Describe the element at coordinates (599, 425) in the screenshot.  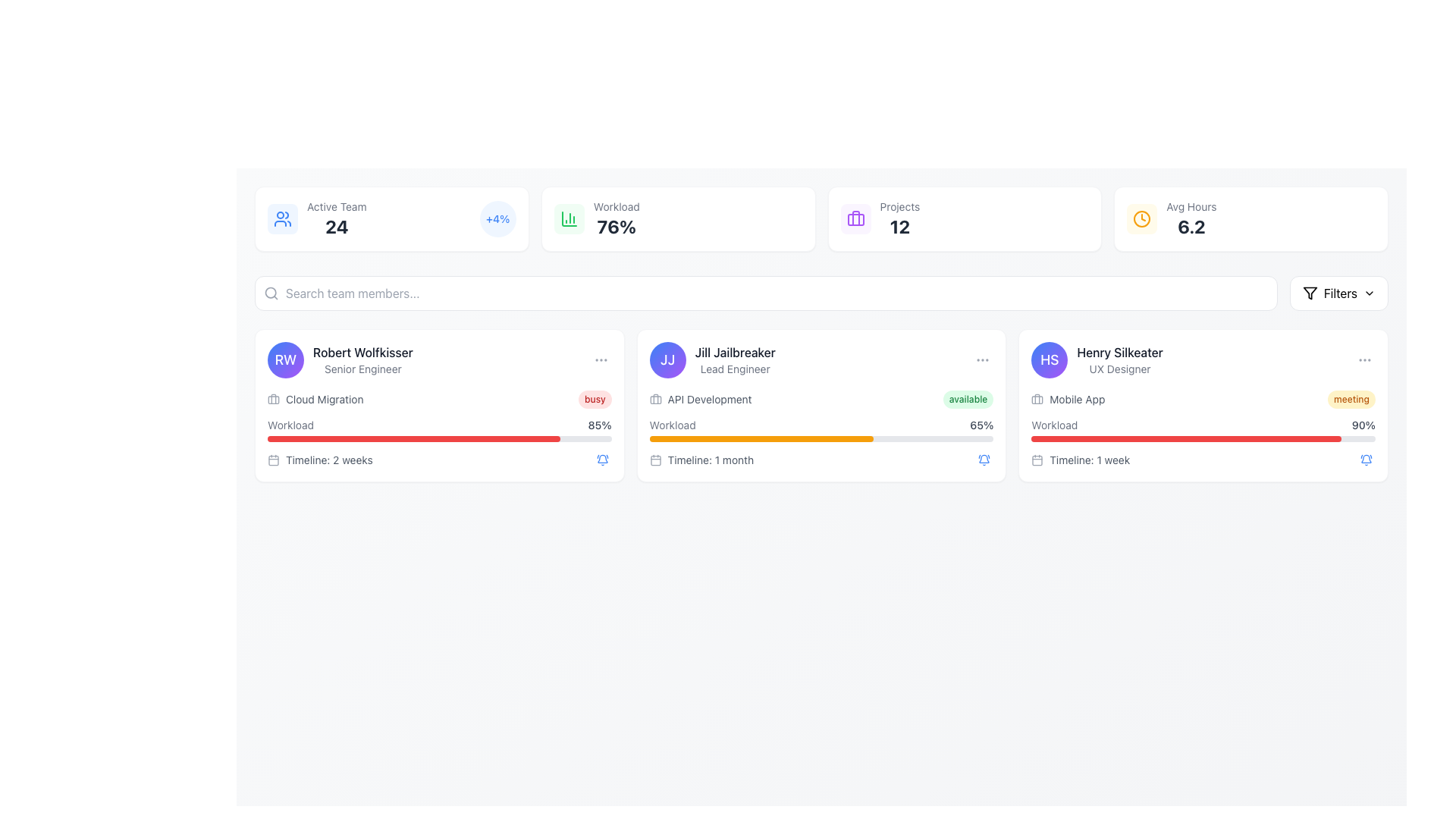
I see `the text element that represents the quantitative value of workload percentage, located in the lower section of the first card, to the far right of the 'Workload' label and aligned with the progress bar` at that location.